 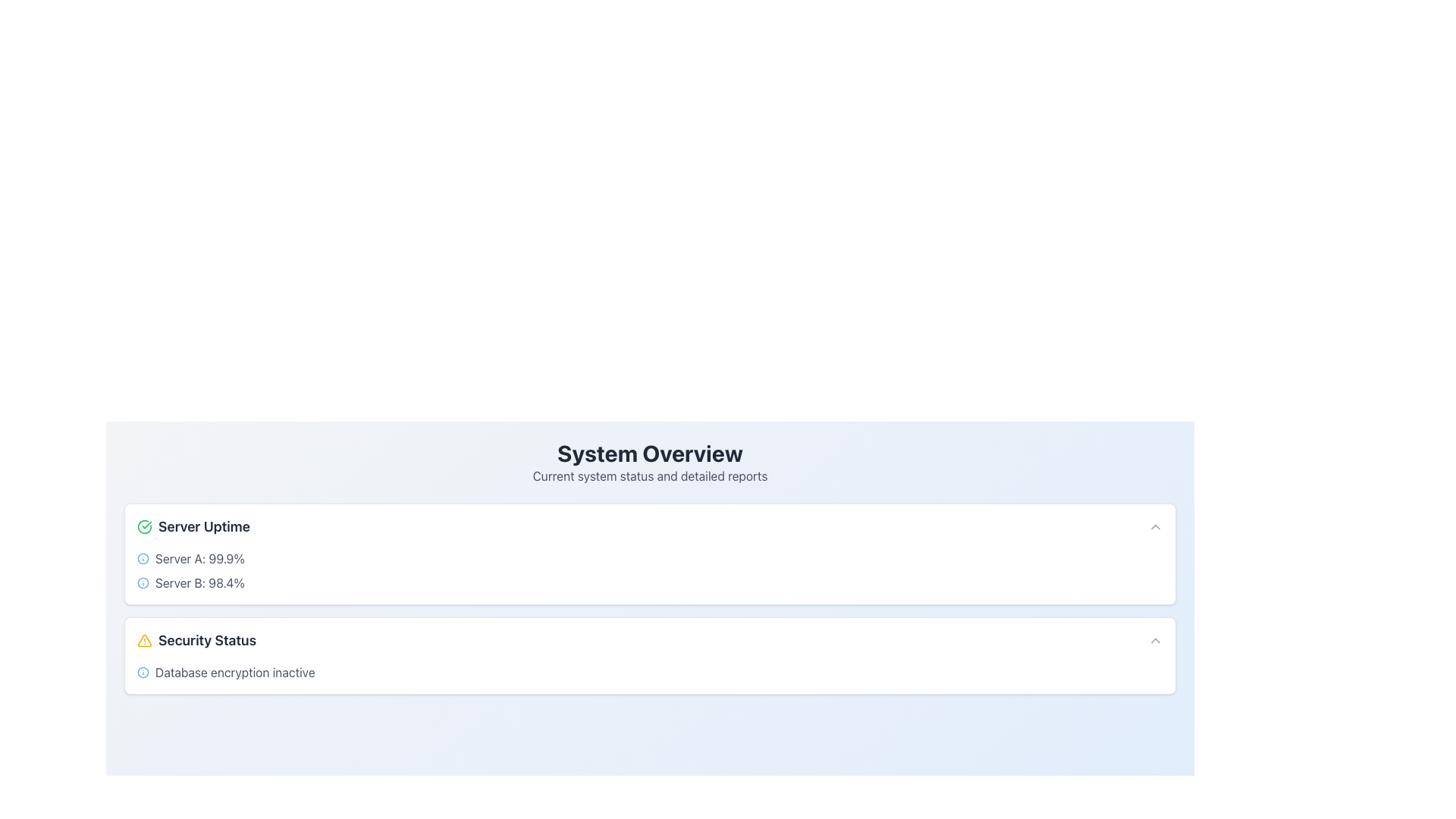 I want to click on the compact blue circular icon associated with 'Server B: 98.4%', so click(x=143, y=582).